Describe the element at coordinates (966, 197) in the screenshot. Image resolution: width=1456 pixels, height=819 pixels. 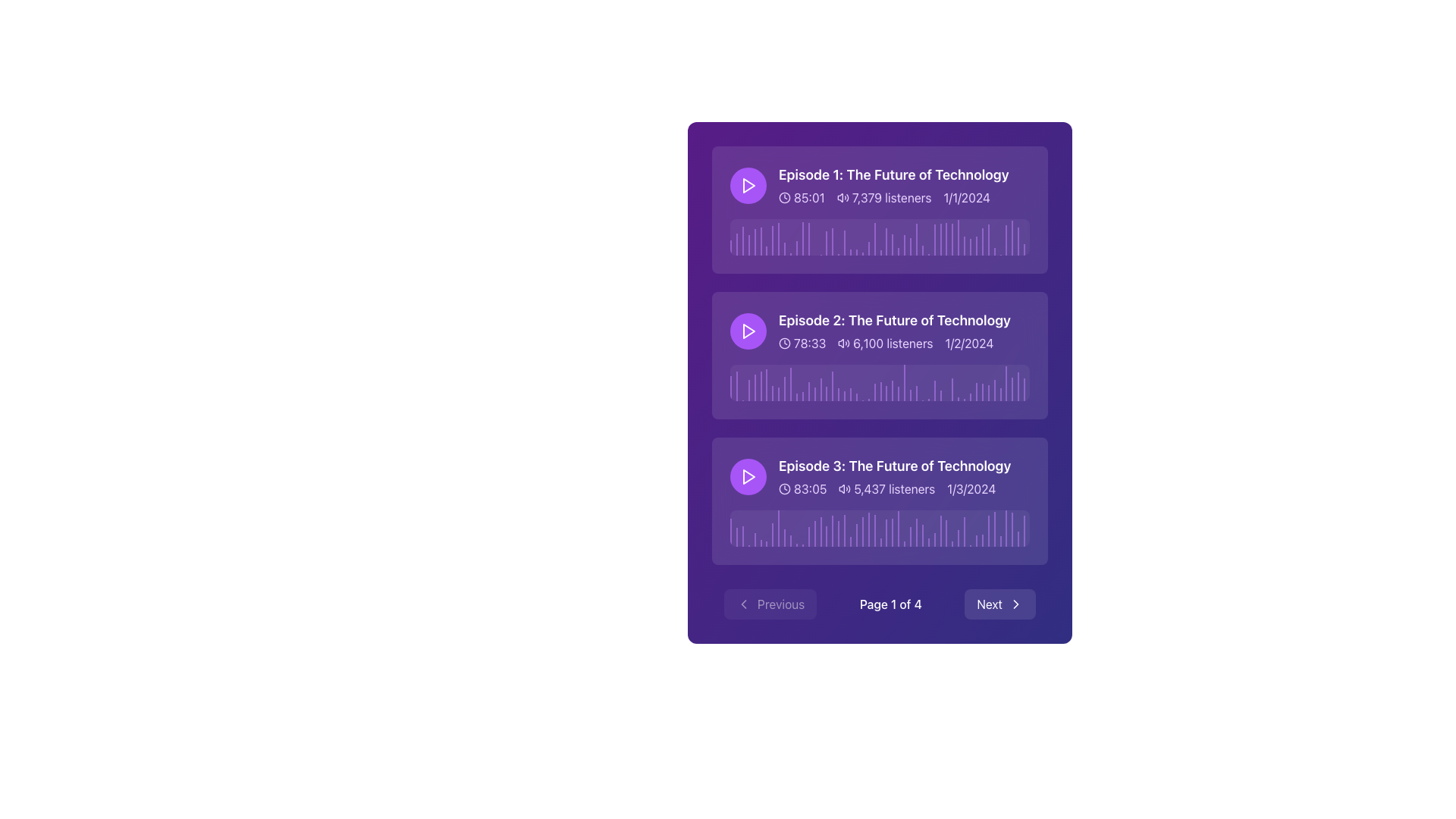
I see `the static text label that displays the release date of the audio episode, located at the top right of the first audio episode's item list` at that location.